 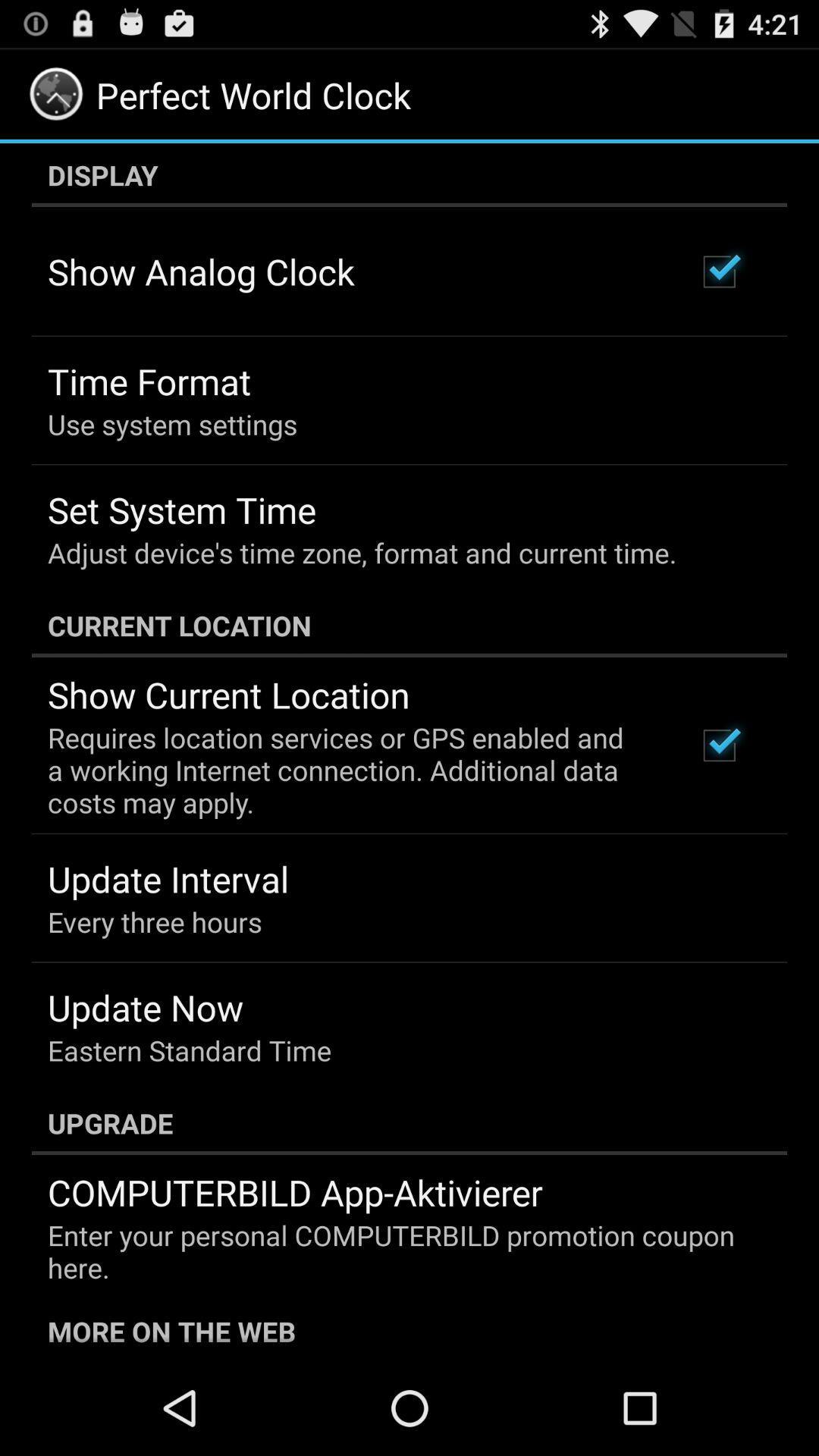 What do you see at coordinates (351, 770) in the screenshot?
I see `requires location services app` at bounding box center [351, 770].